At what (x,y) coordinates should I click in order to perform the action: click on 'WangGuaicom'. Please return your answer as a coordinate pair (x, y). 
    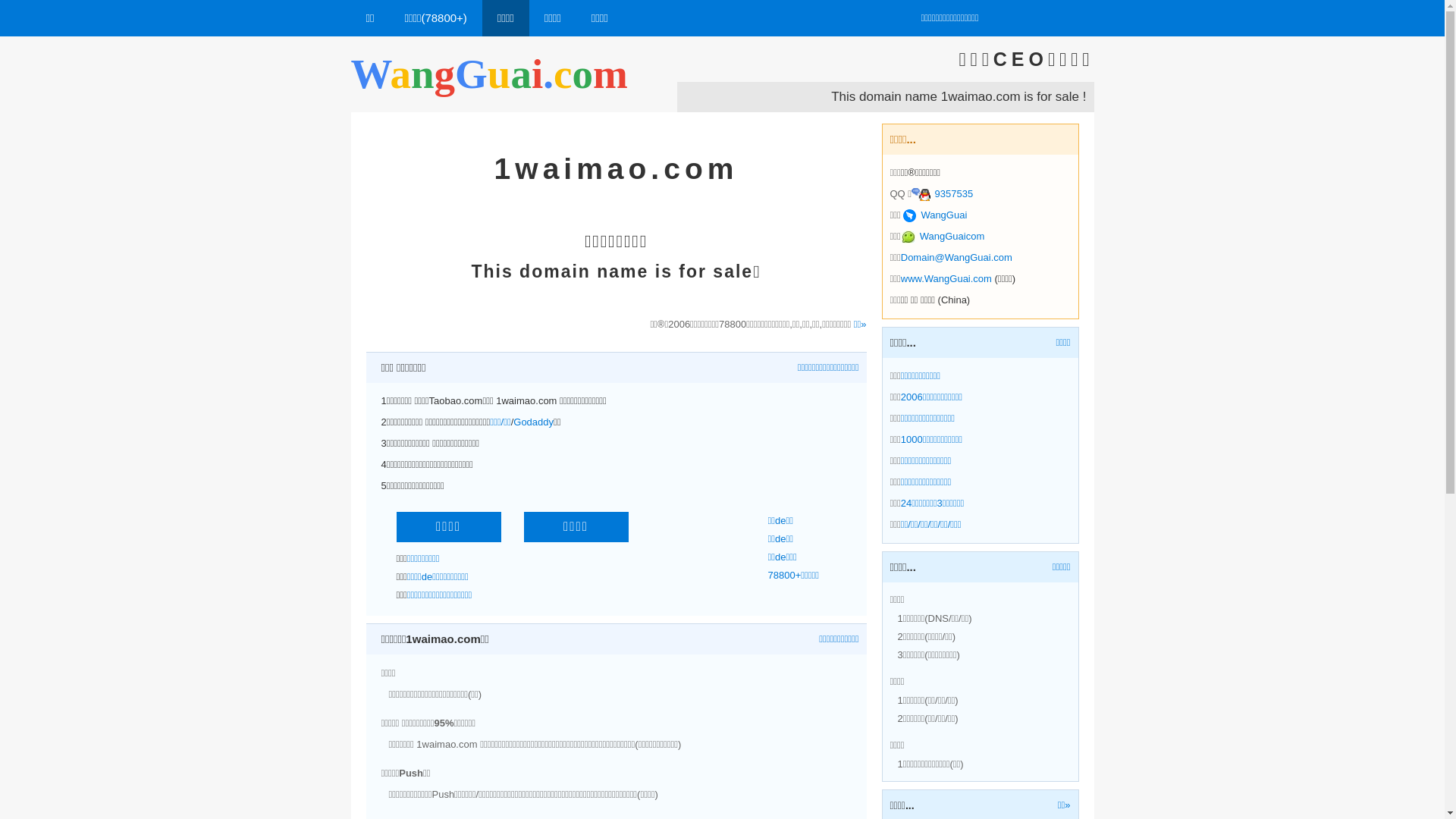
    Looking at the image, I should click on (901, 236).